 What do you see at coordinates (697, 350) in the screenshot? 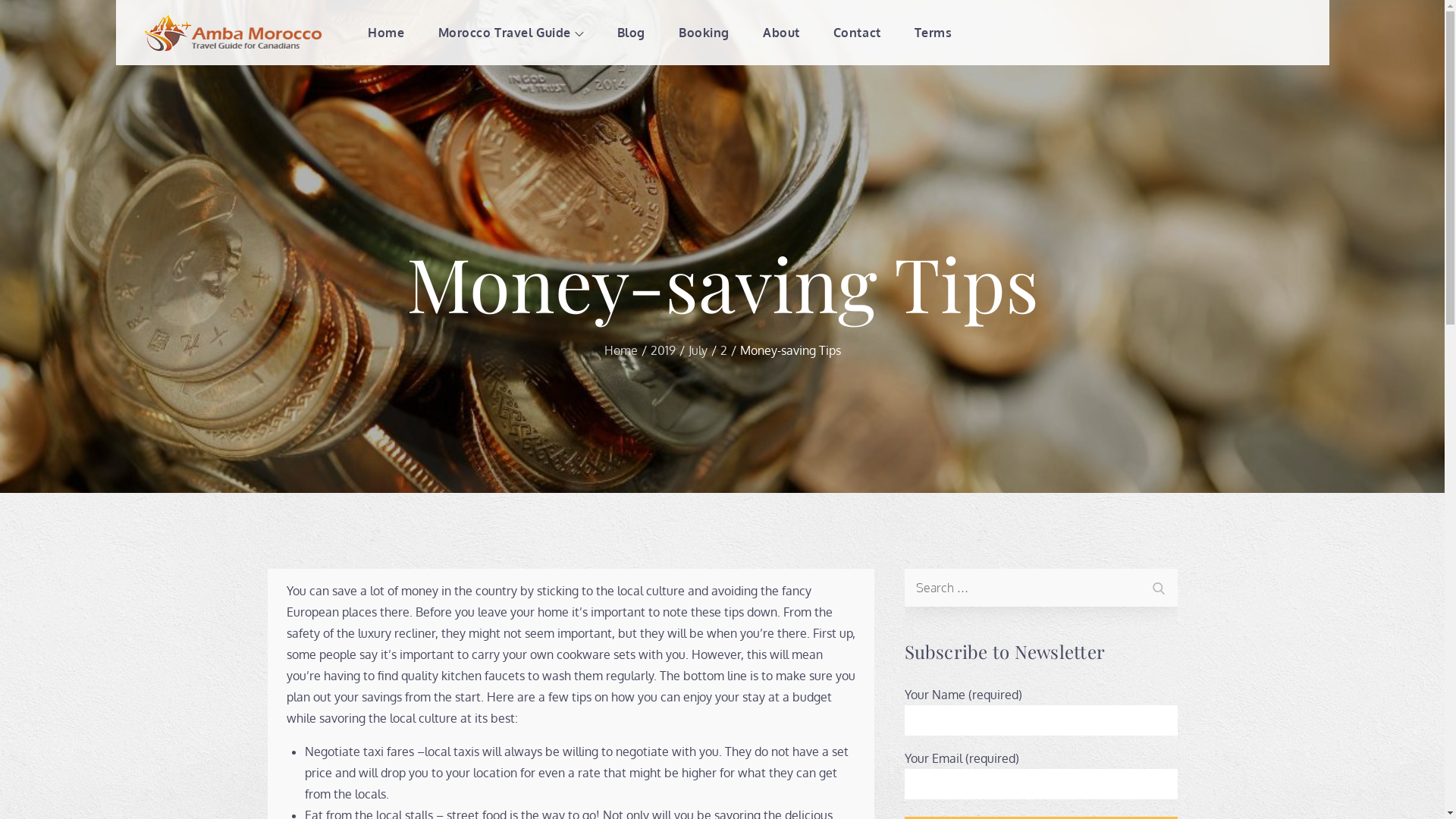
I see `'July'` at bounding box center [697, 350].